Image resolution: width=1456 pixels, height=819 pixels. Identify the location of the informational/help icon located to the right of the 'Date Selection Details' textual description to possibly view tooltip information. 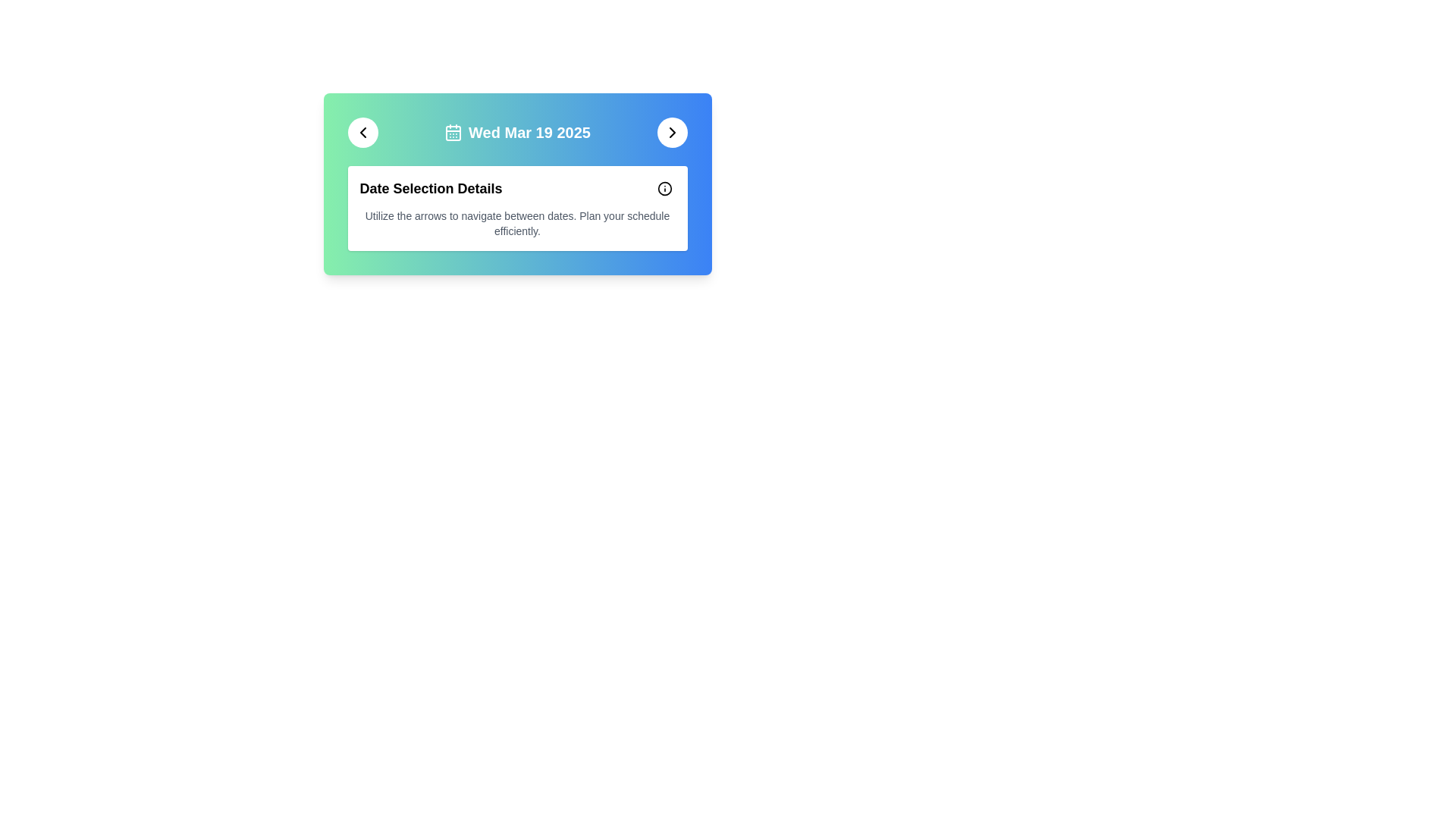
(664, 188).